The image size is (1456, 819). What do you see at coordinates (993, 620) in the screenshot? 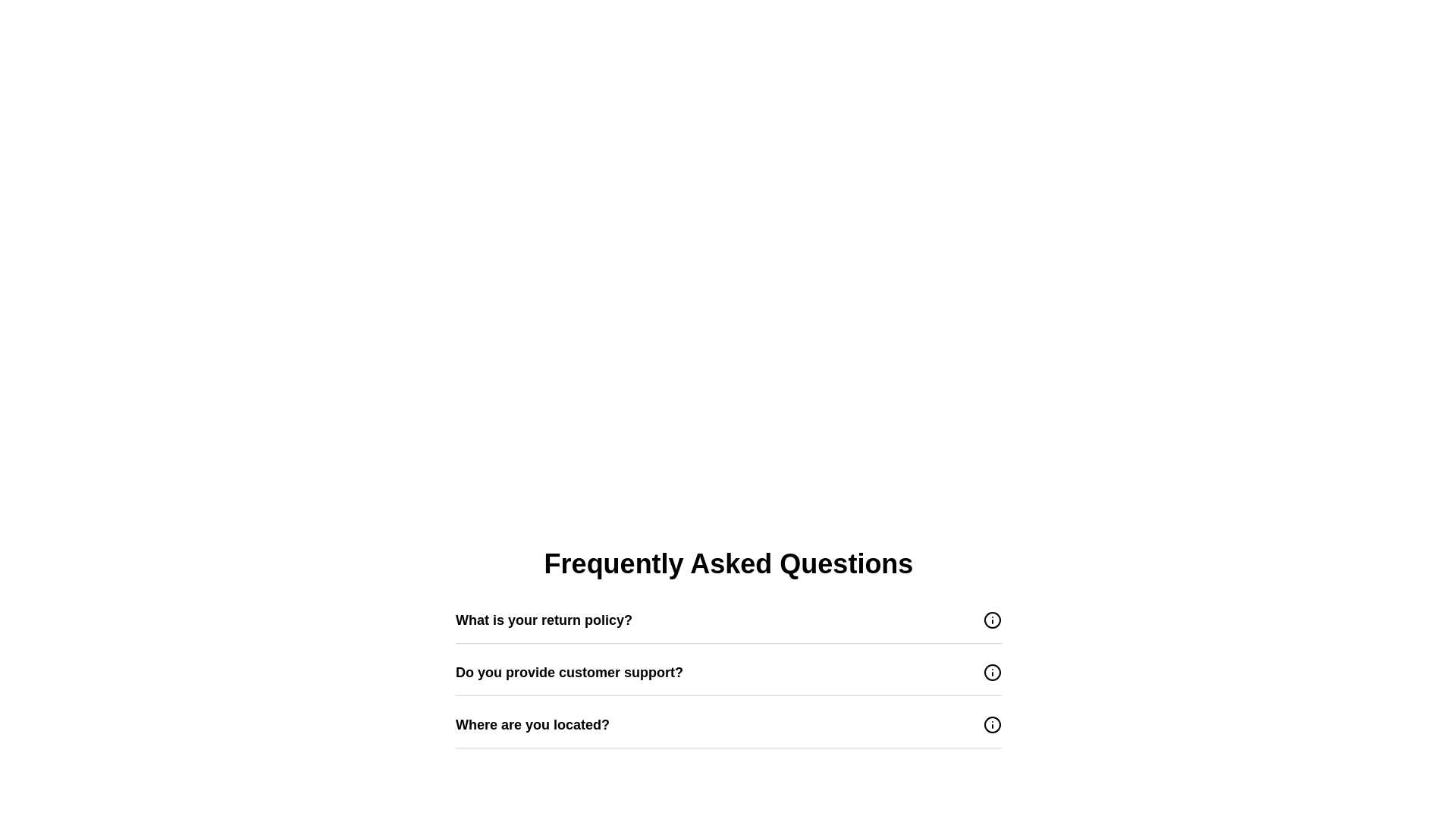
I see `the informational icon located on the far-right side of the question 'What is your return policy?' in the 'Frequently Asked Questions' section` at bounding box center [993, 620].